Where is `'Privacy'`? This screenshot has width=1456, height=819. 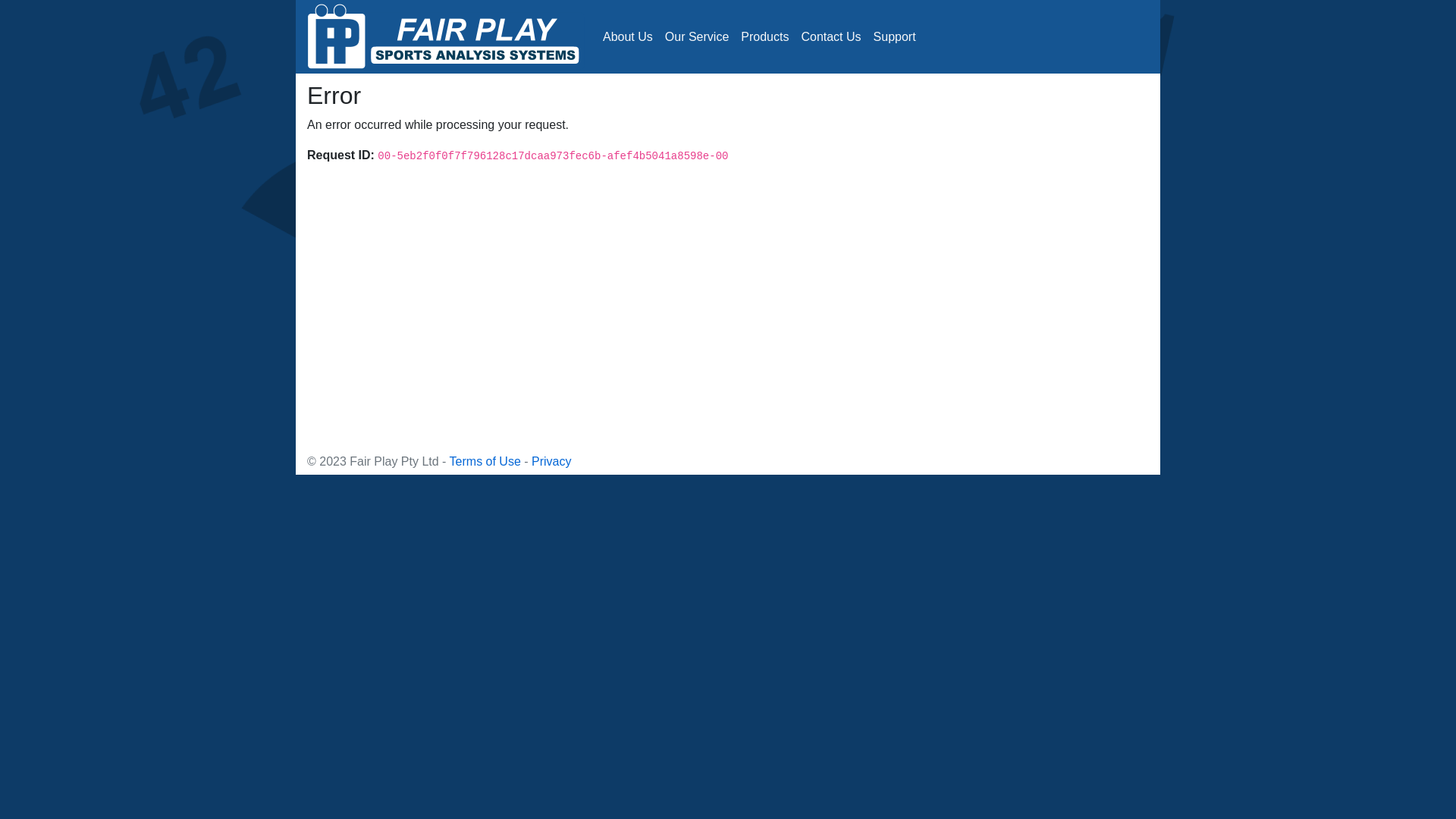 'Privacy' is located at coordinates (550, 460).